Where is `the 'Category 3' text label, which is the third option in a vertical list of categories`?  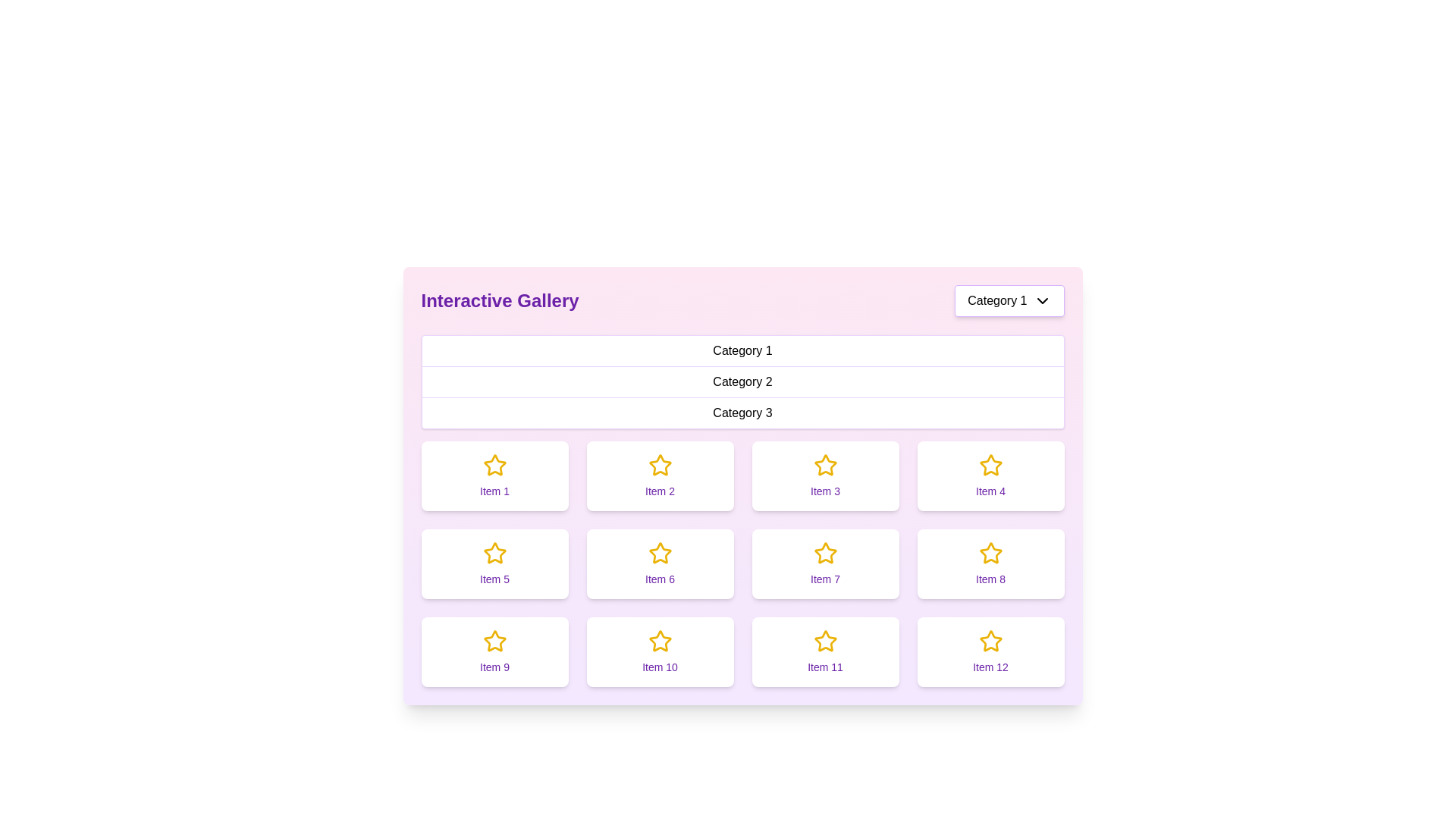
the 'Category 3' text label, which is the third option in a vertical list of categories is located at coordinates (742, 413).